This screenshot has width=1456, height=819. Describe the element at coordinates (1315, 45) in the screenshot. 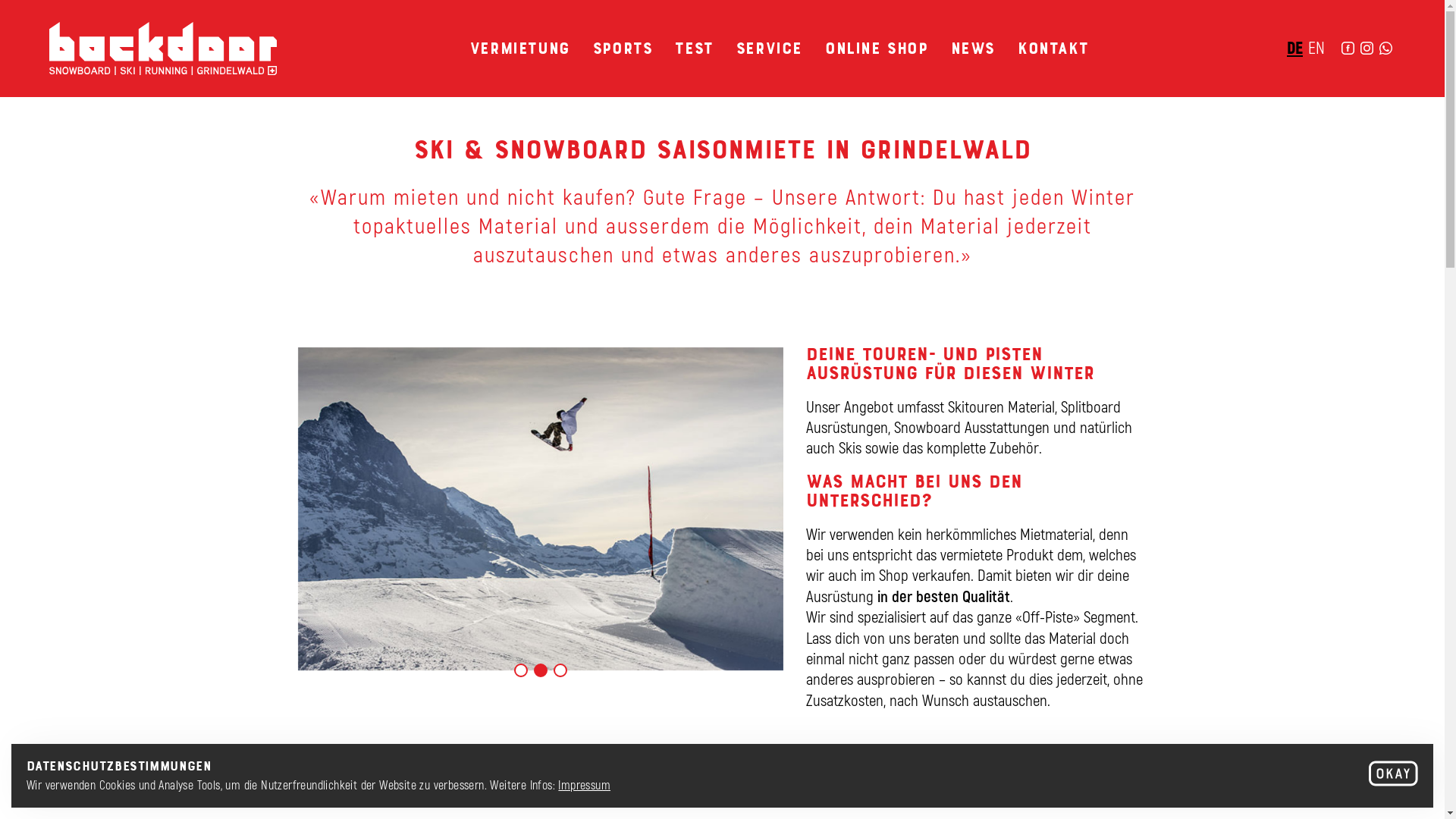

I see `'EN'` at that location.